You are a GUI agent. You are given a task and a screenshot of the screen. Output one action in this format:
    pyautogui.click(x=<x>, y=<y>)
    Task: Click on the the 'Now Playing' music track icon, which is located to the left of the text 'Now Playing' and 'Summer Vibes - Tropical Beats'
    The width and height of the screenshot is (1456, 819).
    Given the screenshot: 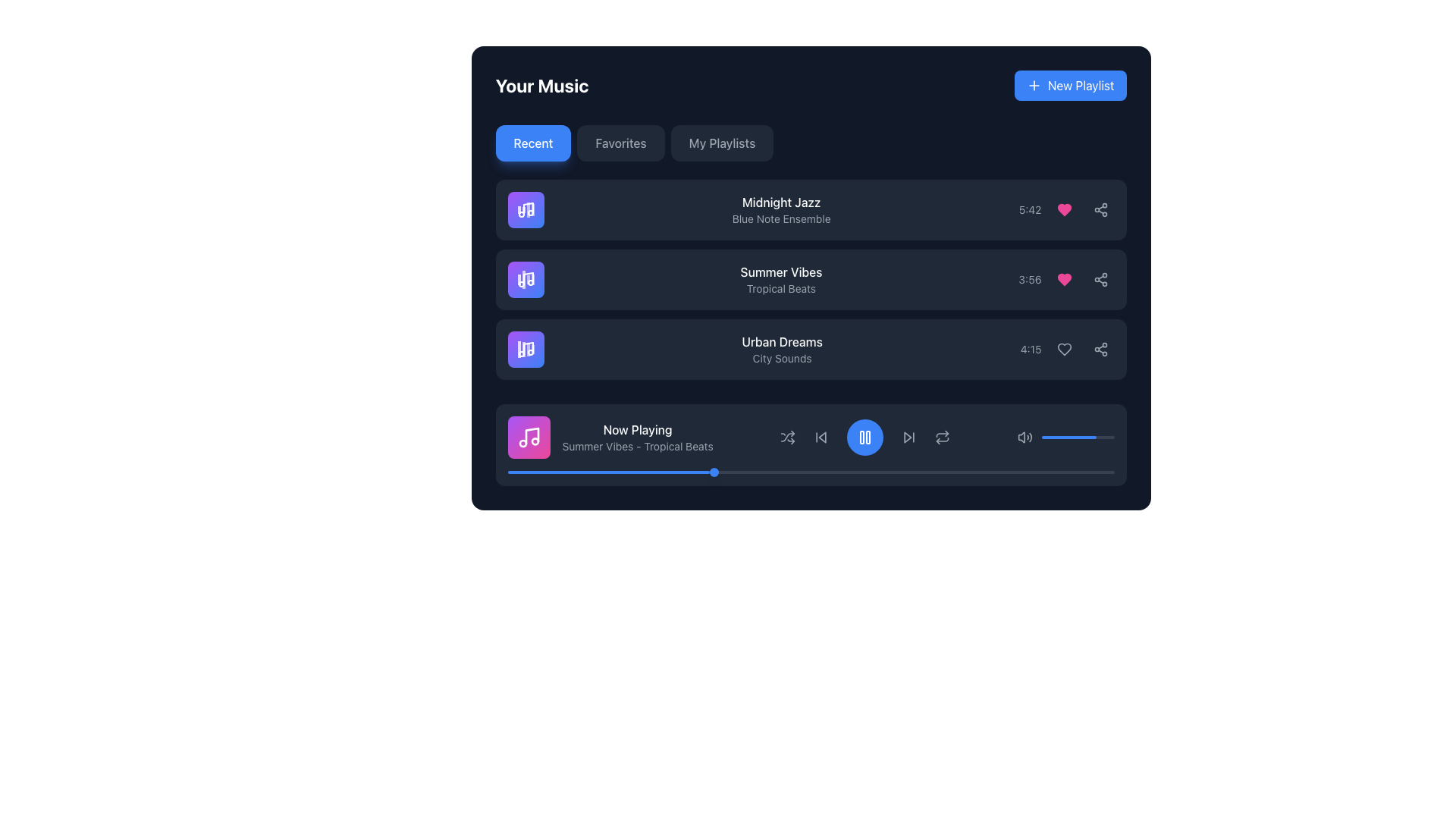 What is the action you would take?
    pyautogui.click(x=529, y=438)
    